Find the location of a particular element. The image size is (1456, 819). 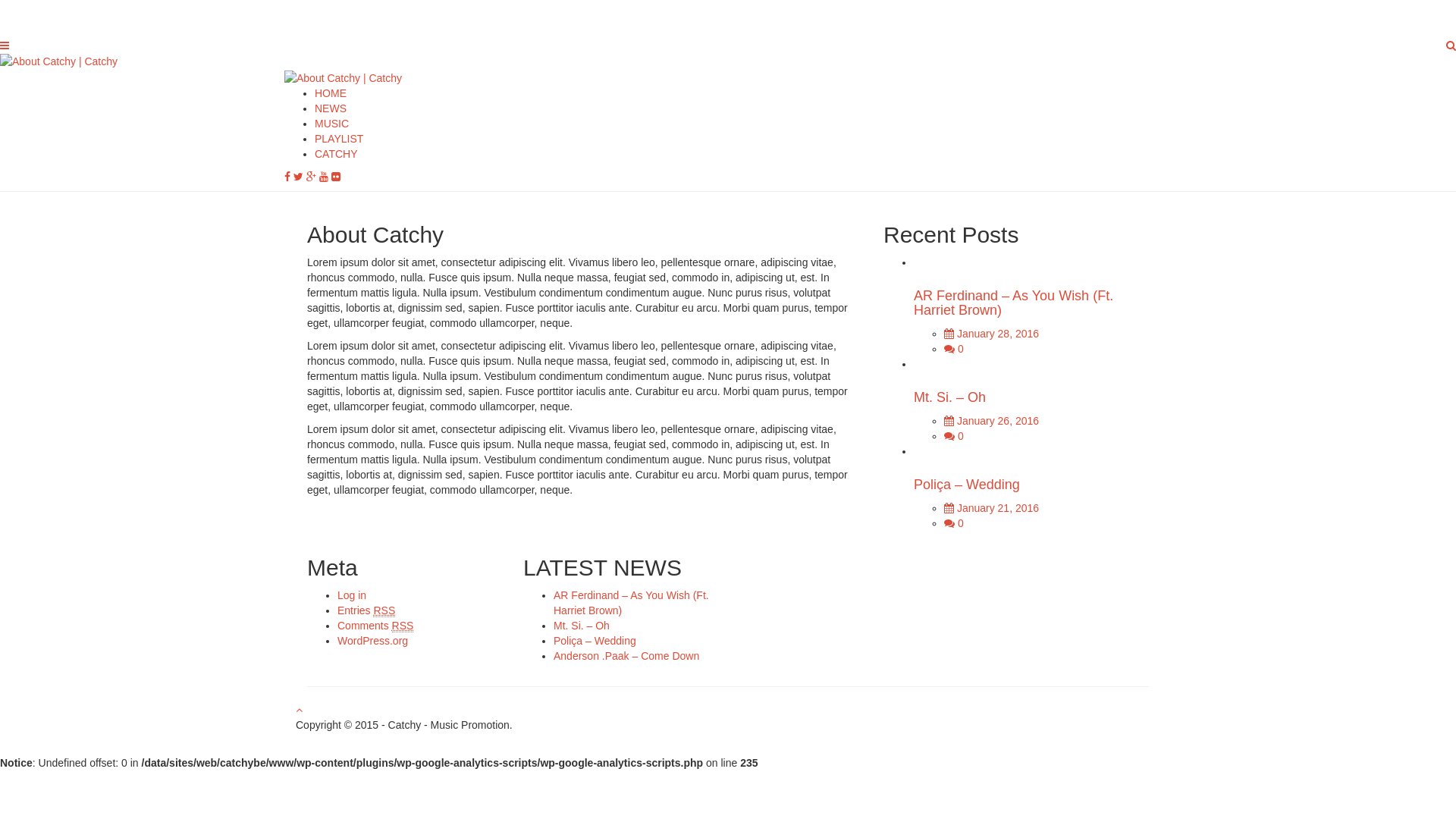

'Comments RSS' is located at coordinates (337, 626).